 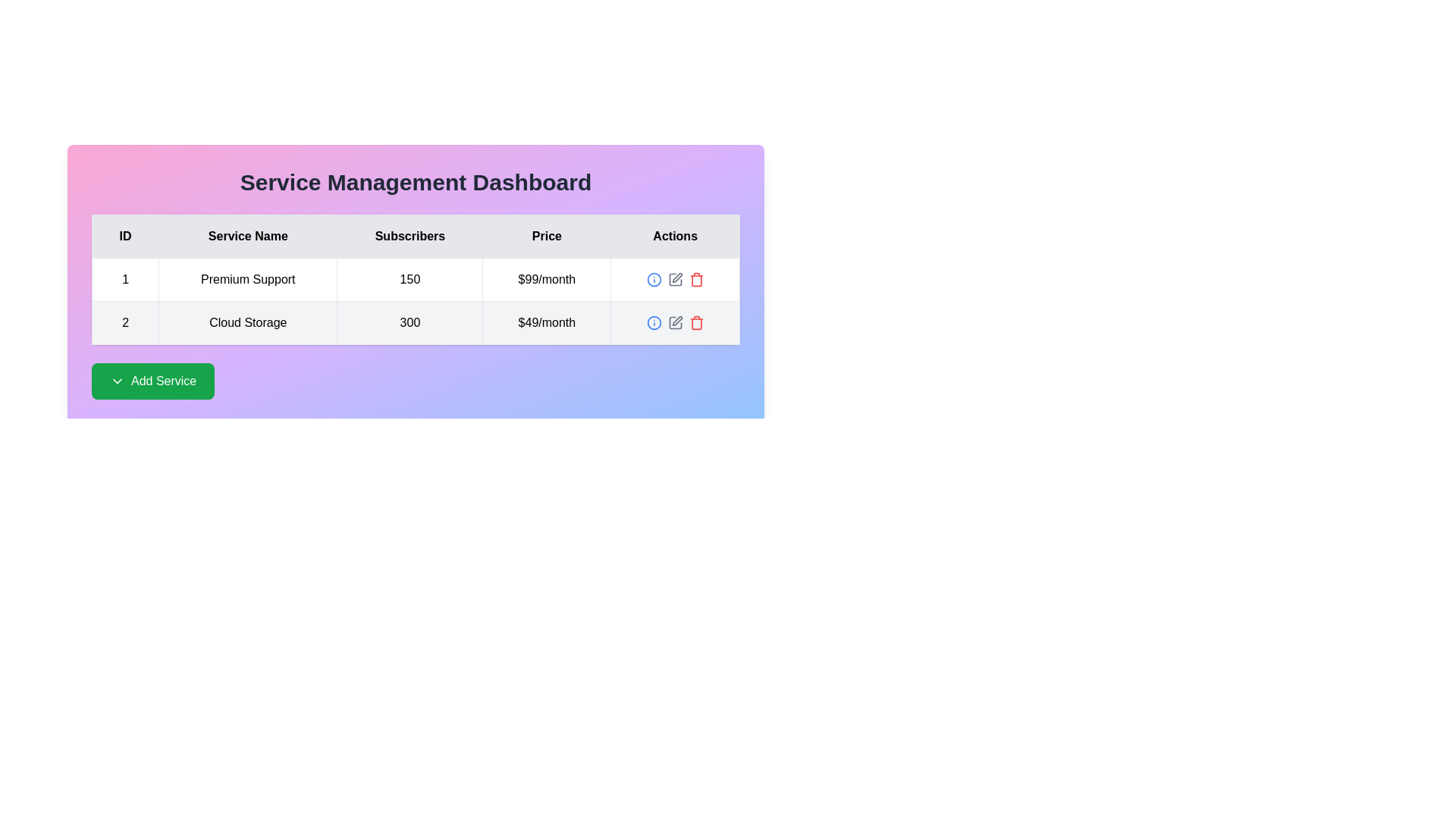 What do you see at coordinates (153, 380) in the screenshot?
I see `the 'Add Service' button with a green background and white text by` at bounding box center [153, 380].